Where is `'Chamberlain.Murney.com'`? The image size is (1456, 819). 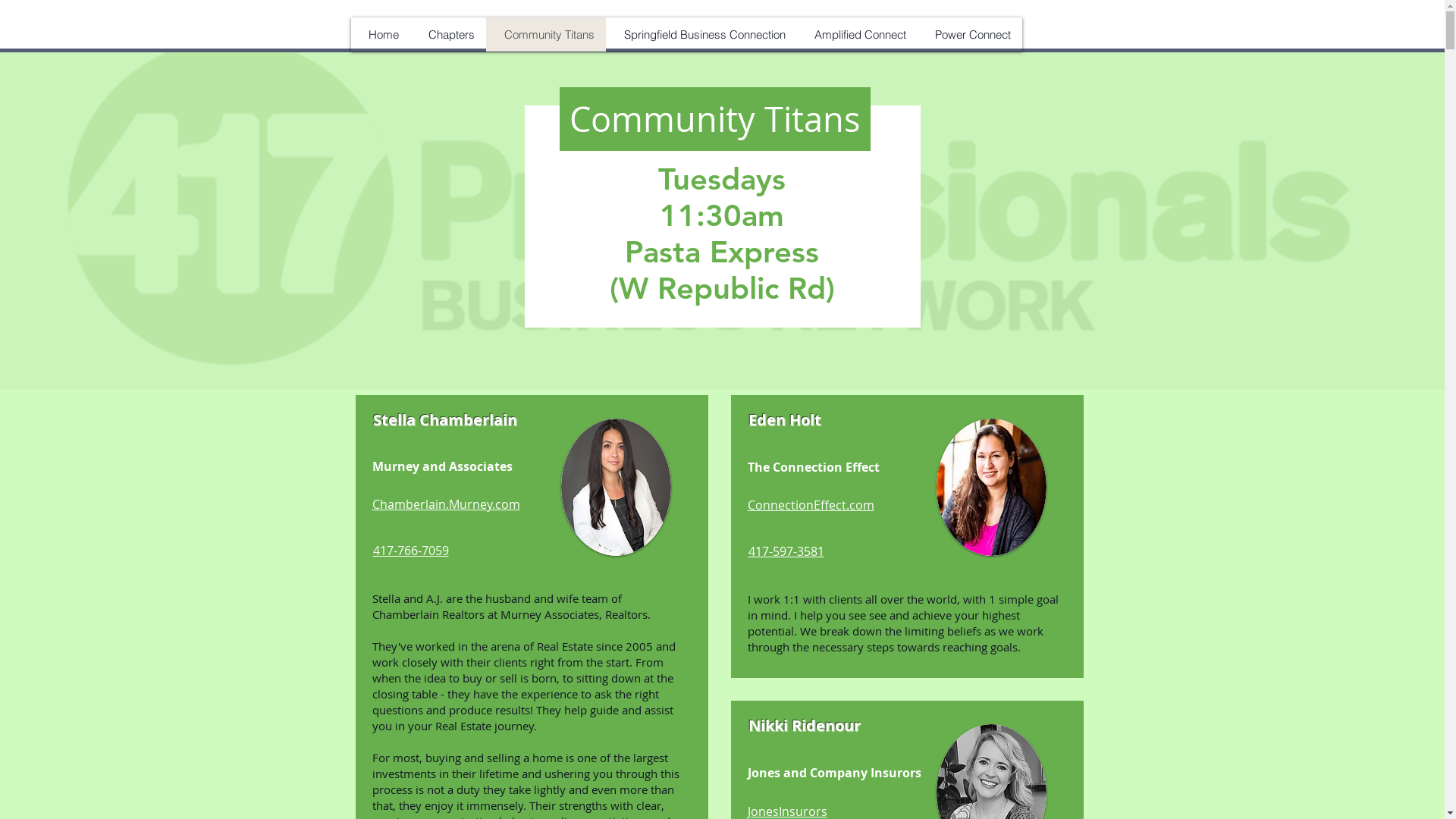
'Chamberlain.Murney.com' is located at coordinates (371, 504).